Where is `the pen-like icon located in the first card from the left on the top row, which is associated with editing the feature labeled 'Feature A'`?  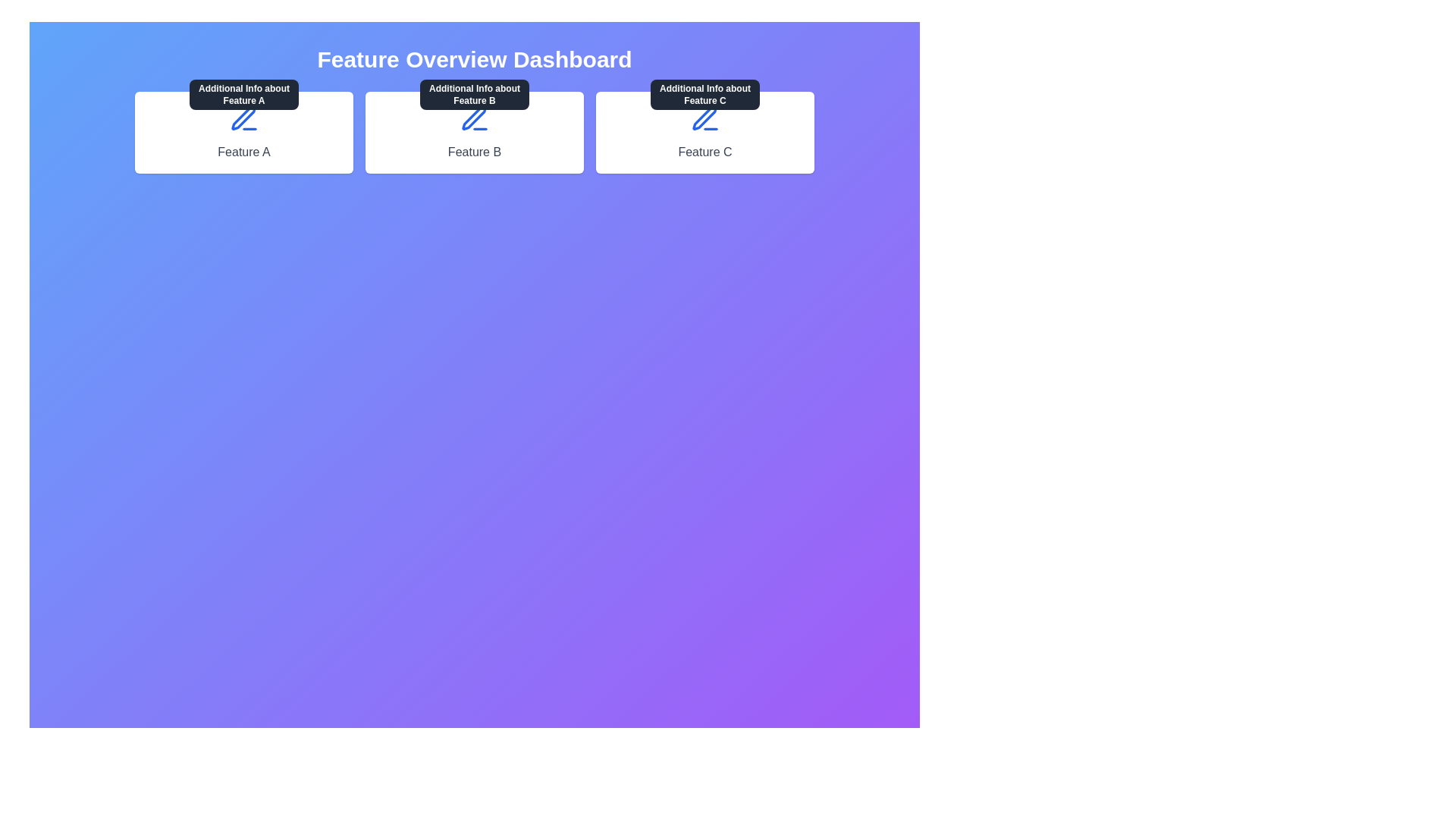
the pen-like icon located in the first card from the left on the top row, which is associated with editing the feature labeled 'Feature A' is located at coordinates (243, 118).